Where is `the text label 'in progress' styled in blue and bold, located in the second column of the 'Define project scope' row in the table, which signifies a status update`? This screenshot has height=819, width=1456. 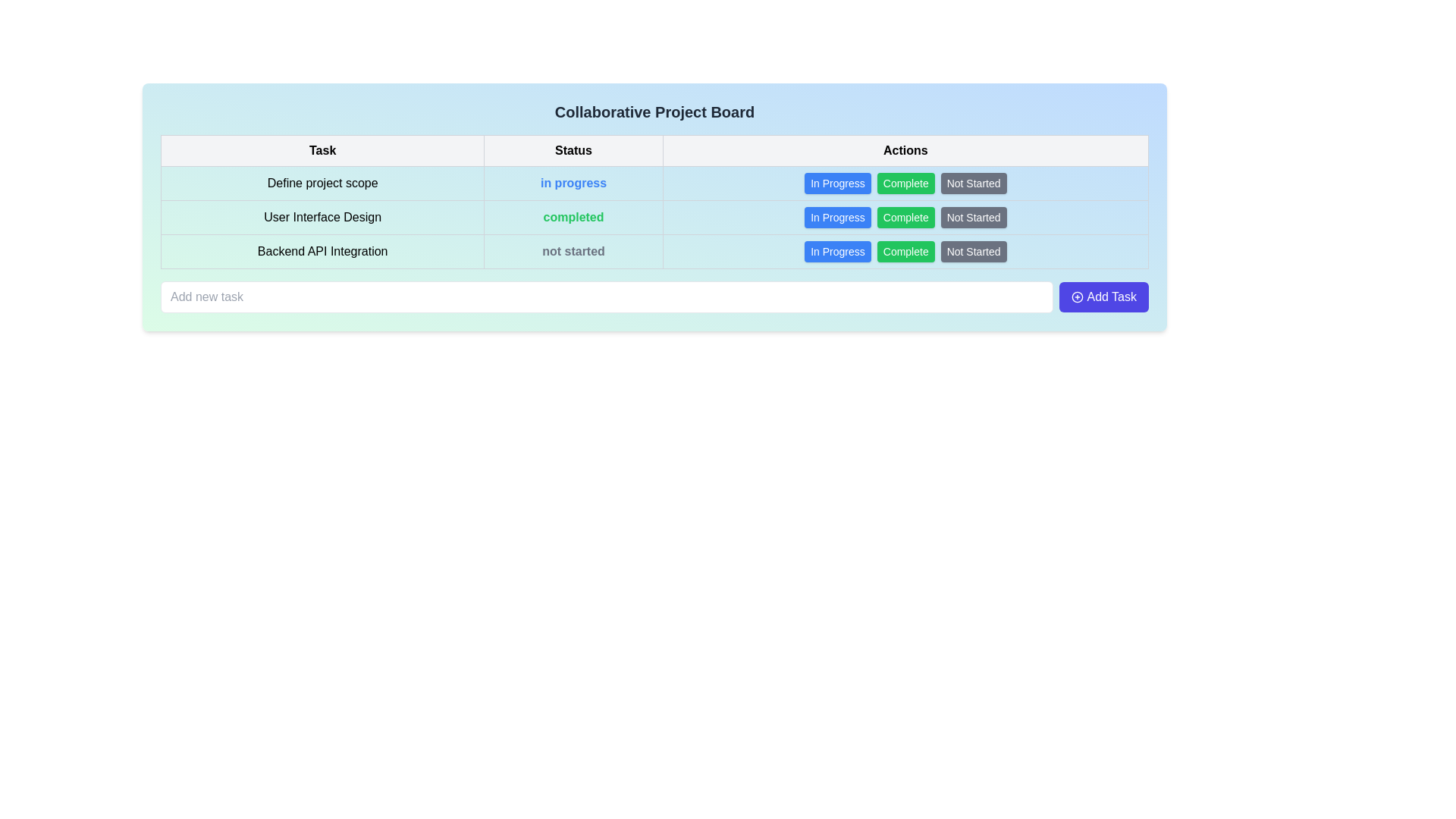 the text label 'in progress' styled in blue and bold, located in the second column of the 'Define project scope' row in the table, which signifies a status update is located at coordinates (573, 183).